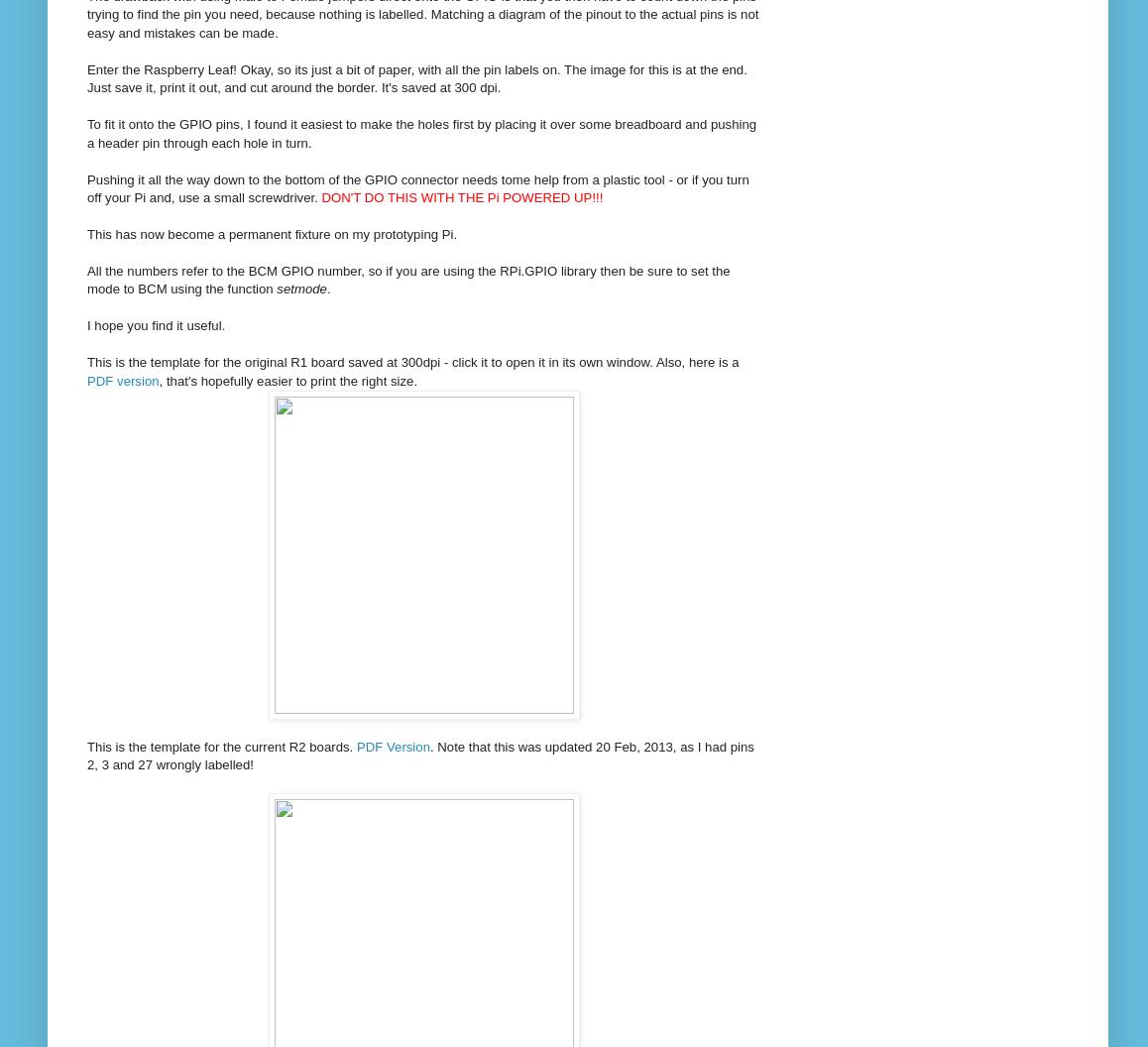 The width and height of the screenshot is (1148, 1047). What do you see at coordinates (417, 187) in the screenshot?
I see `'Pushing it all the way down to the bottom of the GPIO connector needs tome help from a plastic tool - or if you turn off your Pi and, use a small screwdriver.'` at bounding box center [417, 187].